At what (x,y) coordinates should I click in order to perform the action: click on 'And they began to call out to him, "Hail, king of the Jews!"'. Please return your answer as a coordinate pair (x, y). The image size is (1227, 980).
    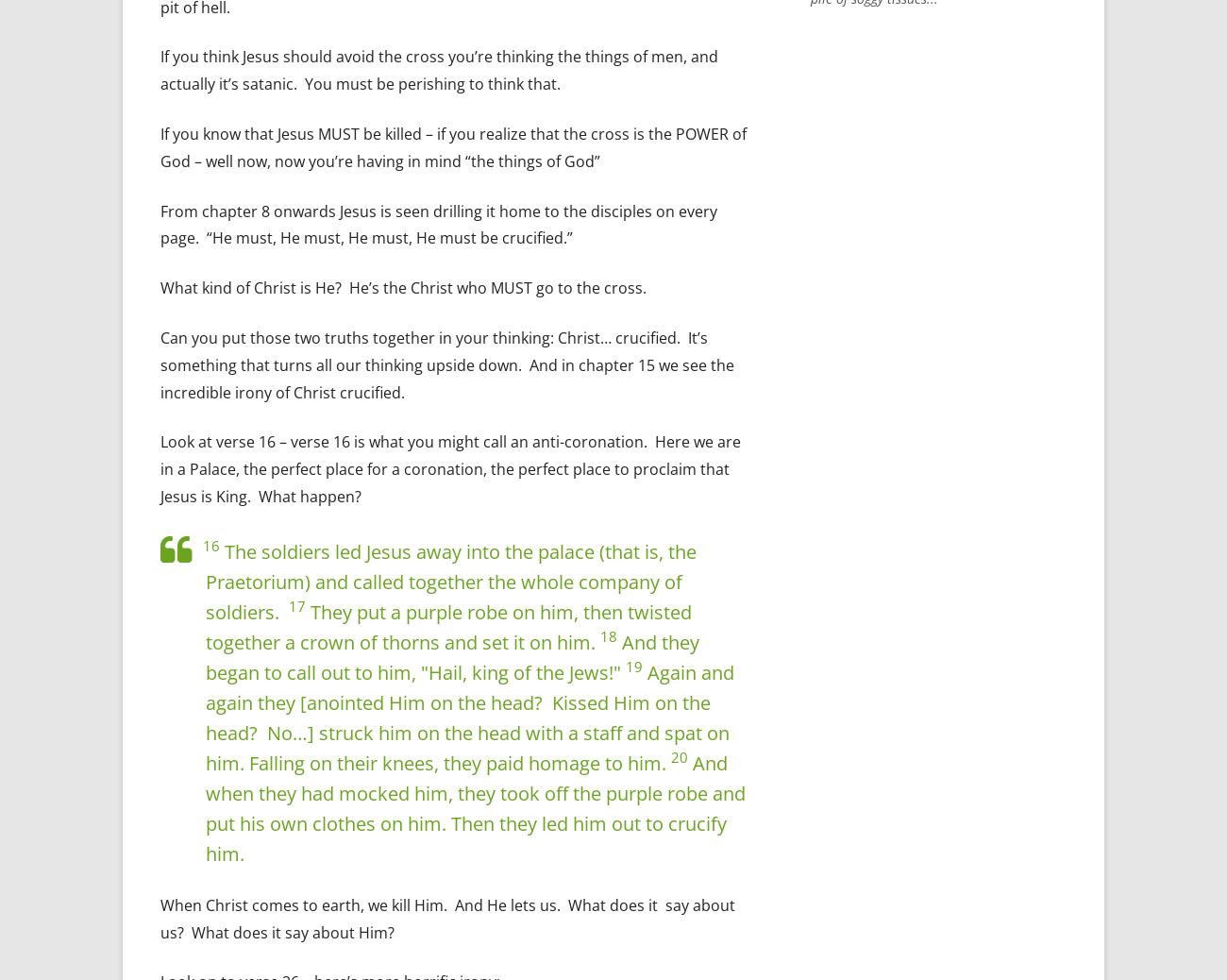
    Looking at the image, I should click on (451, 655).